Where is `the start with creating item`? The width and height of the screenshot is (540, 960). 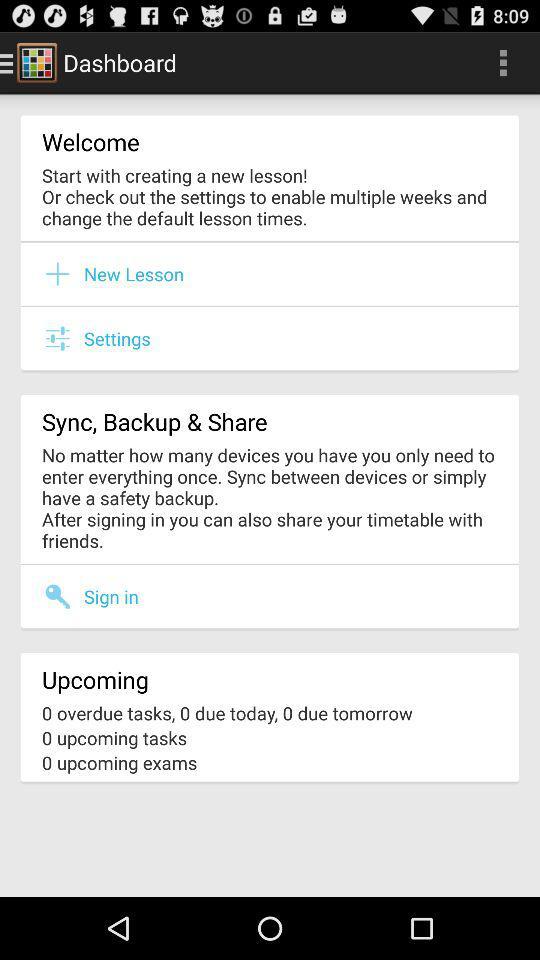
the start with creating item is located at coordinates (270, 196).